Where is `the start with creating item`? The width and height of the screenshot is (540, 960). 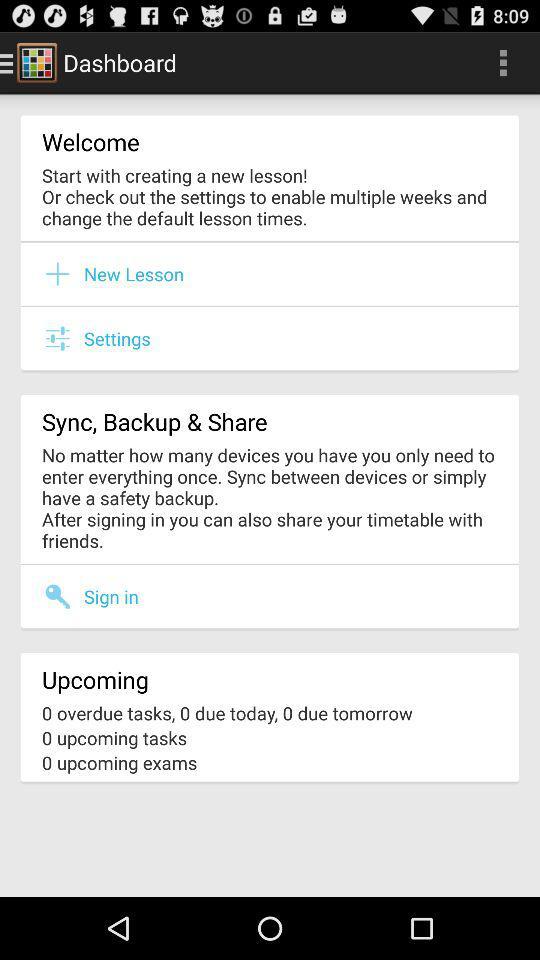
the start with creating item is located at coordinates (270, 196).